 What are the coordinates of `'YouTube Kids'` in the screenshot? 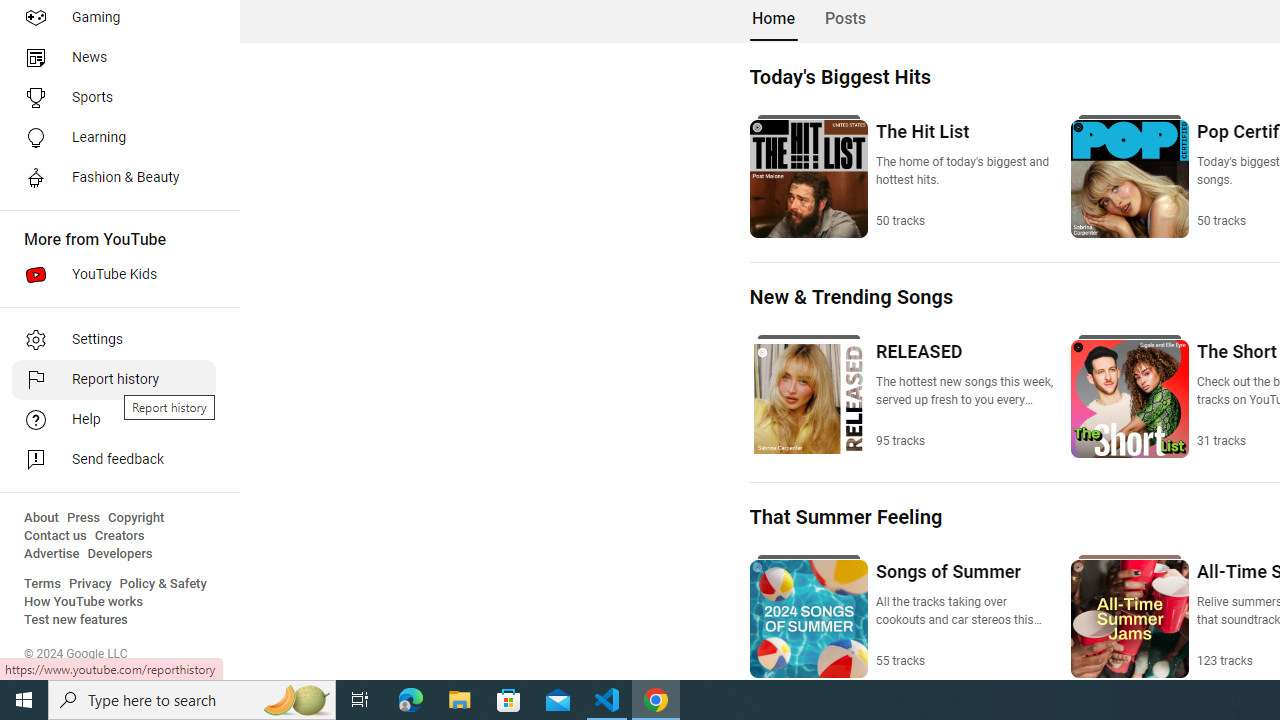 It's located at (112, 275).